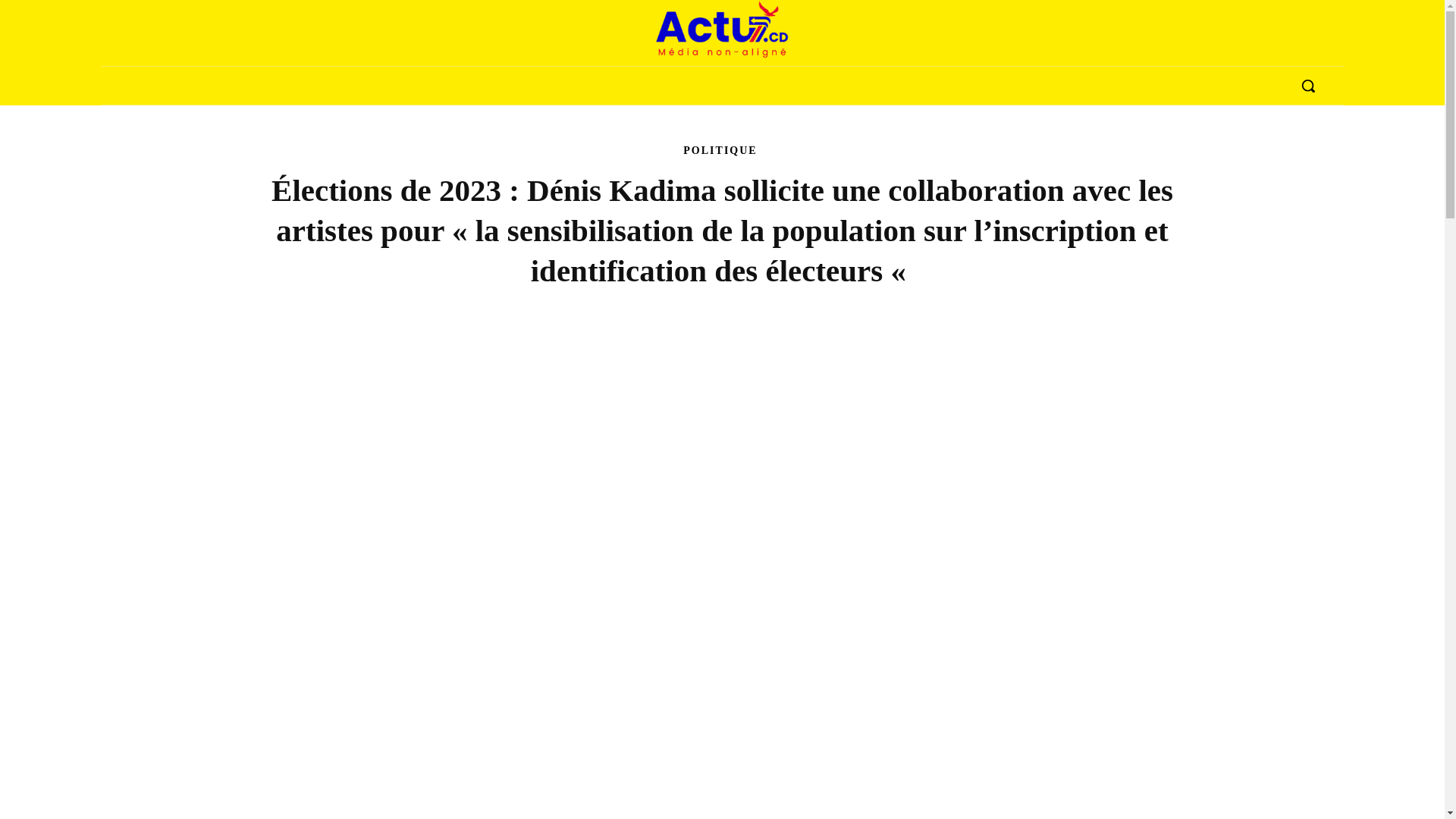  What do you see at coordinates (677, 151) in the screenshot?
I see `'POLITIQUE'` at bounding box center [677, 151].